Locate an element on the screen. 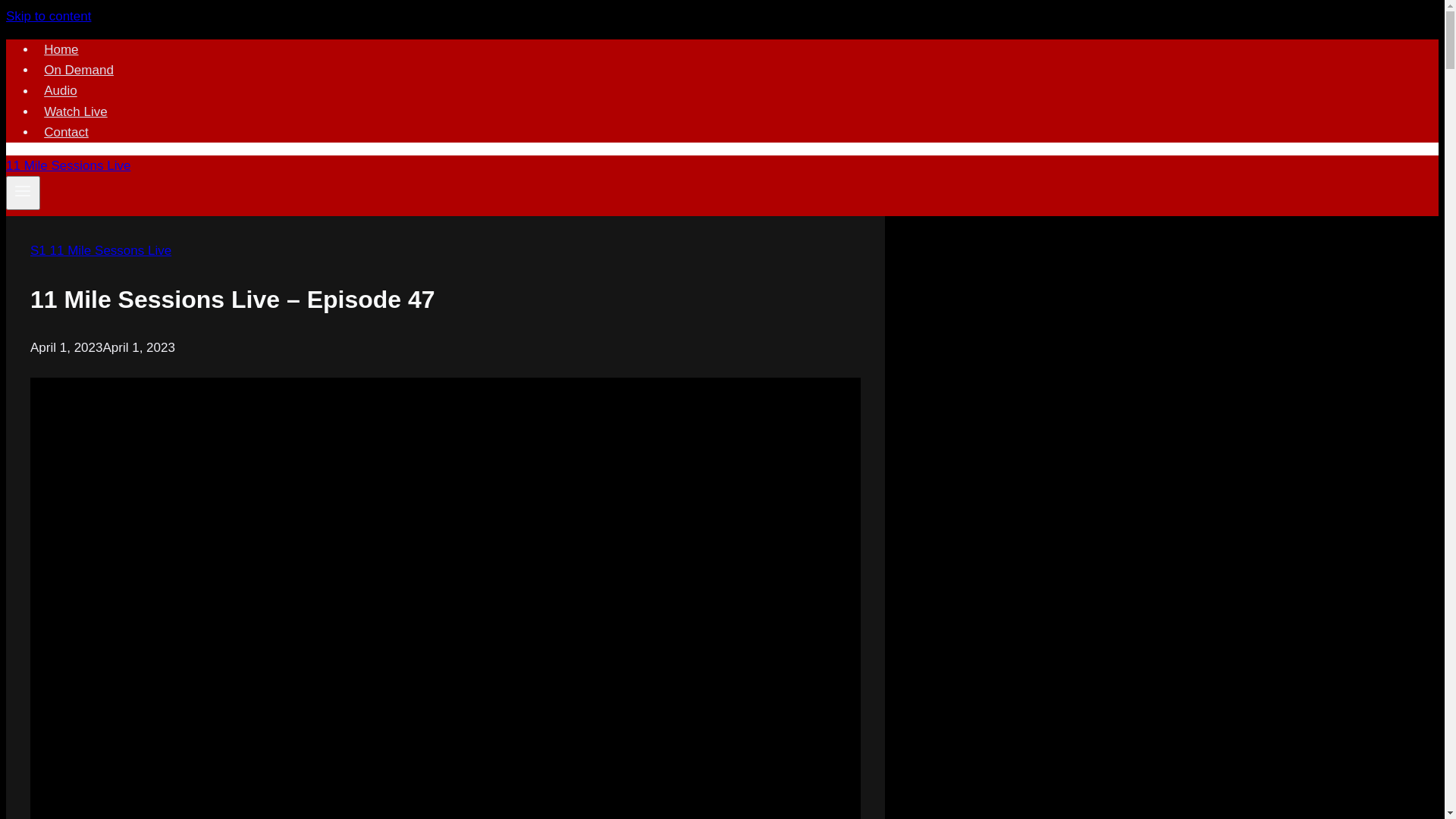  'Home' is located at coordinates (61, 49).